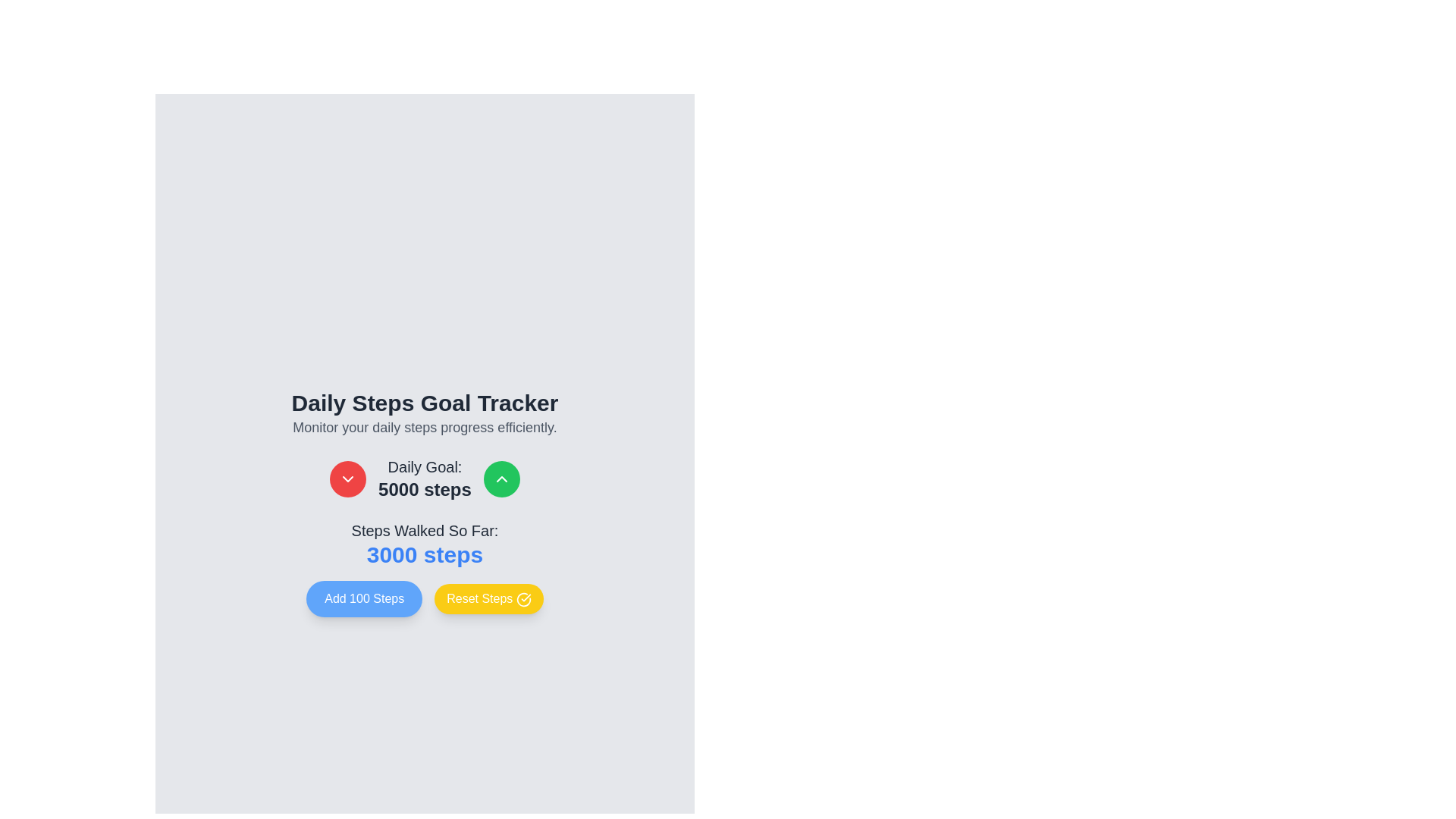 The image size is (1456, 819). What do you see at coordinates (425, 554) in the screenshot?
I see `the static text display that shows the number of steps taken, located below the 'Steps Walked So Far:' text` at bounding box center [425, 554].